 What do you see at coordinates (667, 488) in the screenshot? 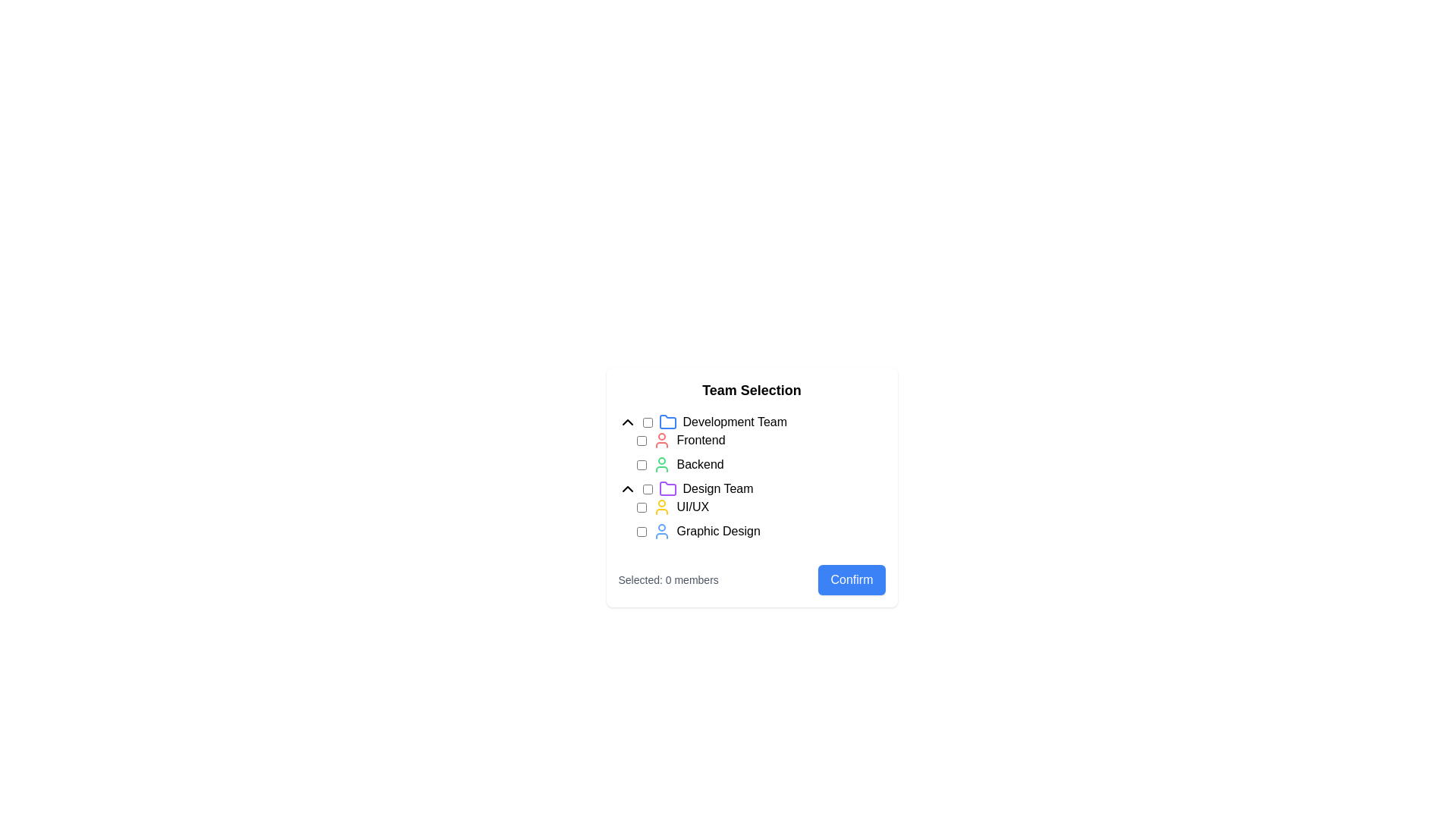
I see `the purple folder icon located to the left of the 'Design Team' text in the Team Selection section` at bounding box center [667, 488].